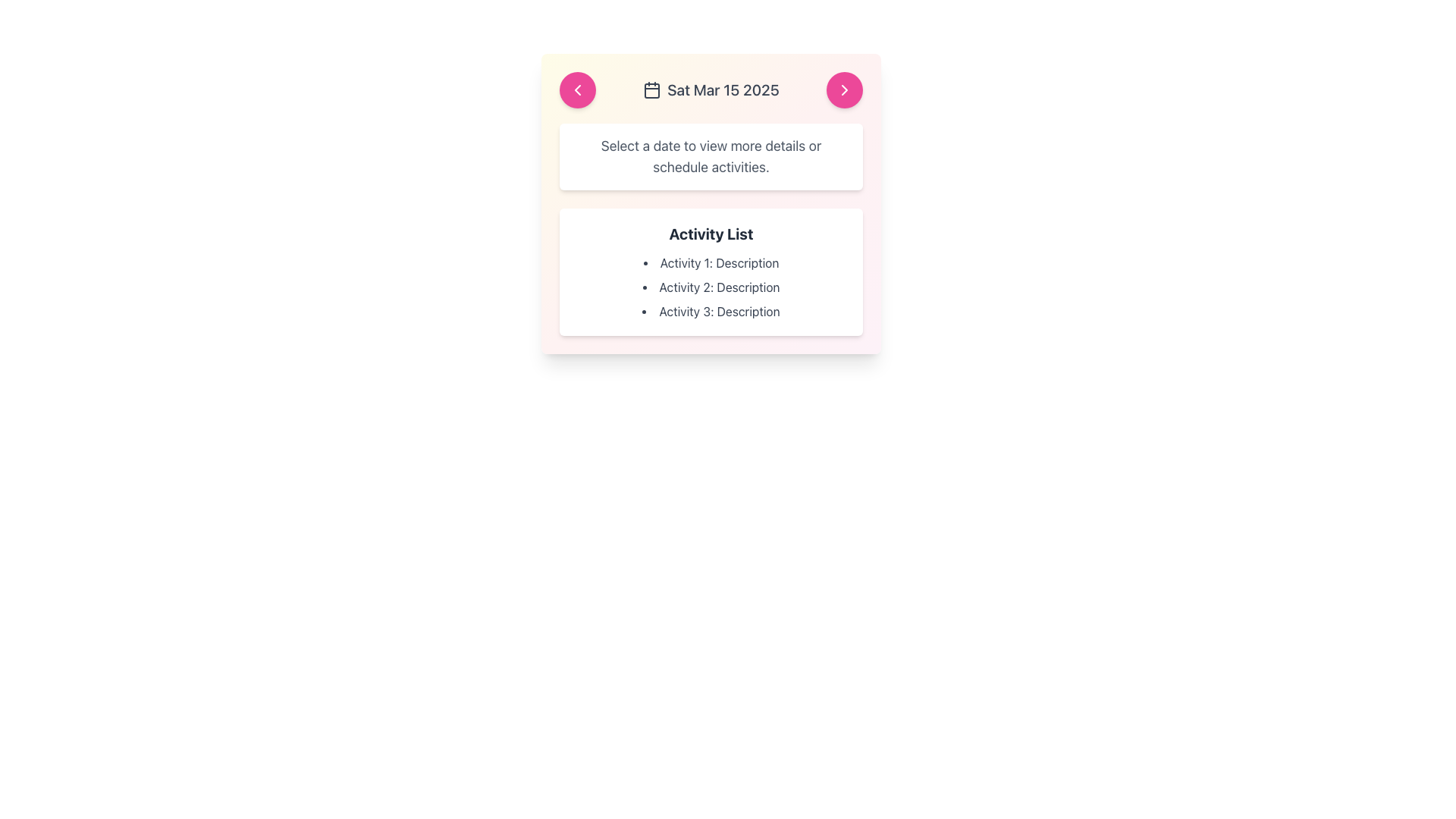 This screenshot has height=819, width=1456. Describe the element at coordinates (652, 90) in the screenshot. I see `the decorative graphic within the calendar icon, which visually represents the date selection feature located at the top-center of the interface` at that location.